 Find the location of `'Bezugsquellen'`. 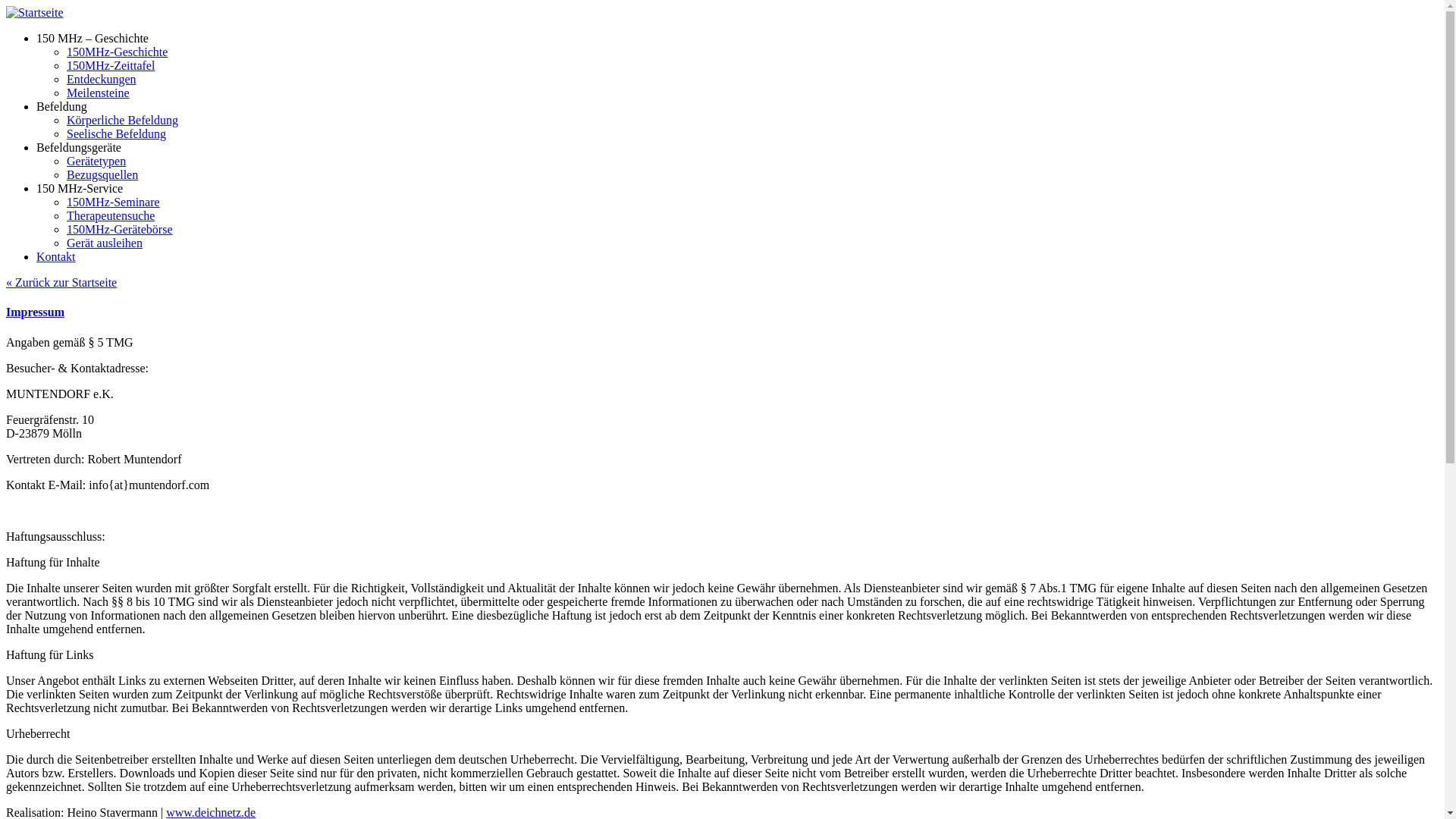

'Bezugsquellen' is located at coordinates (65, 174).